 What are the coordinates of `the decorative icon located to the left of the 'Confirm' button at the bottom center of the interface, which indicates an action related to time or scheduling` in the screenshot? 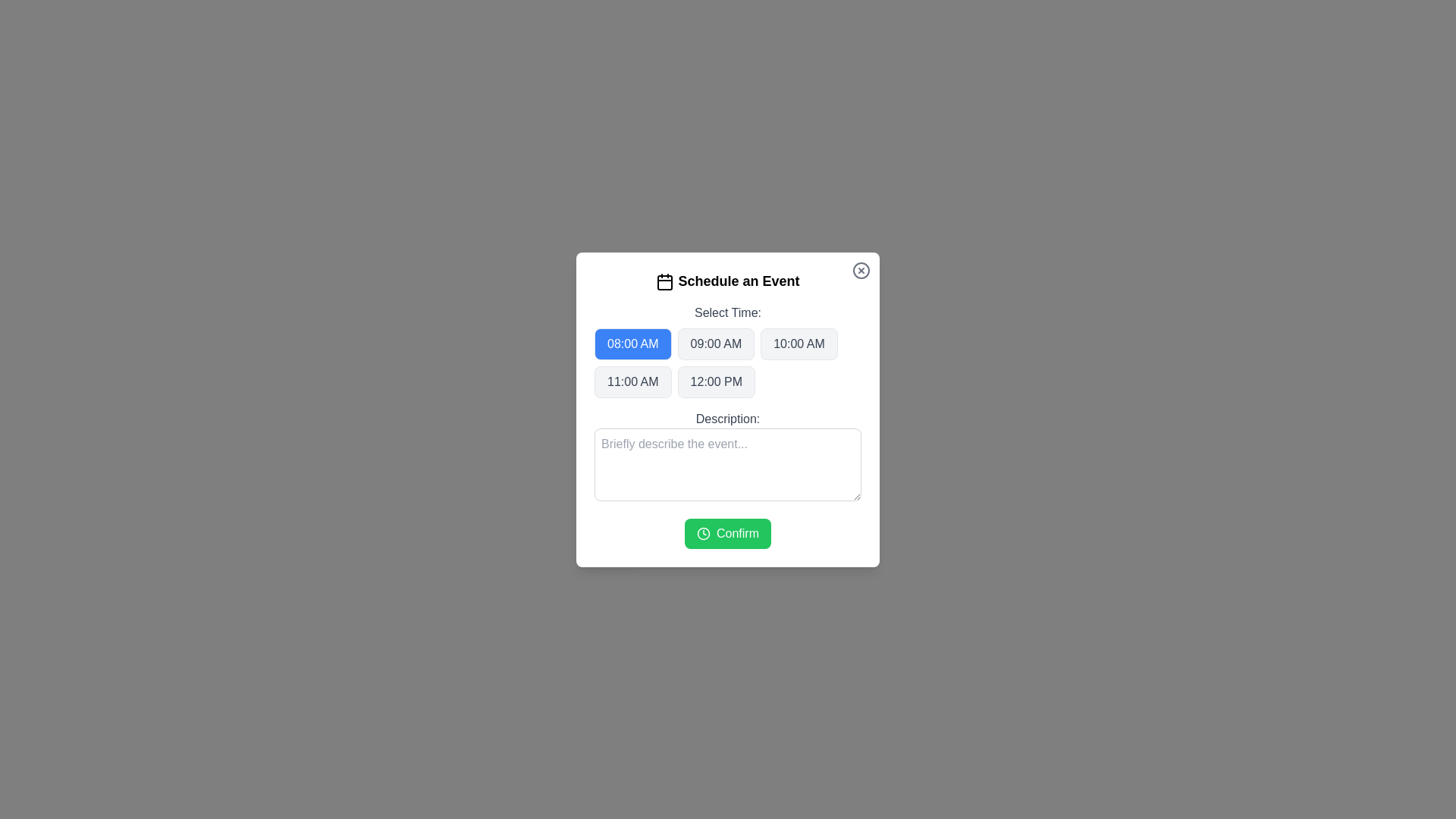 It's located at (702, 532).